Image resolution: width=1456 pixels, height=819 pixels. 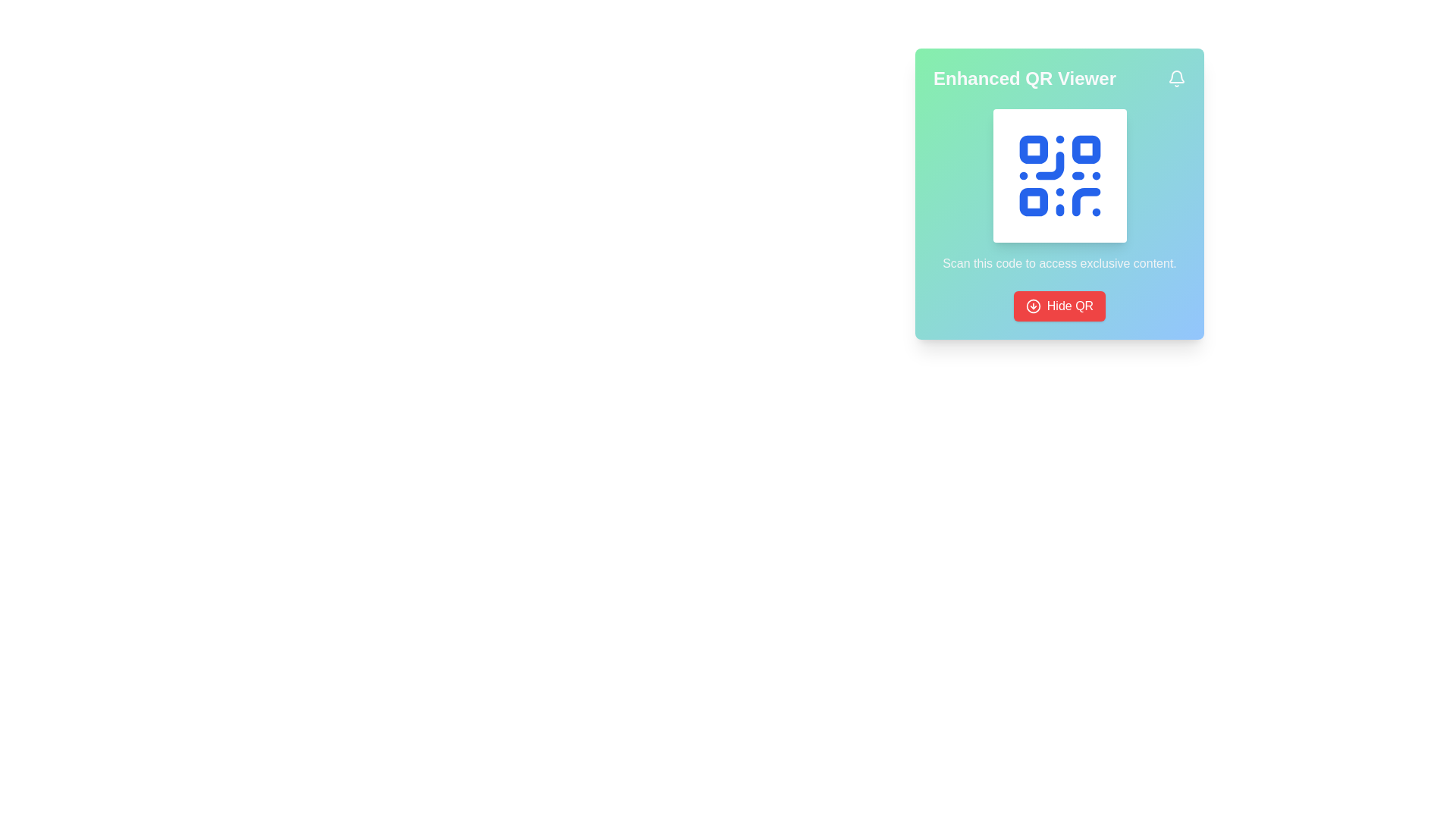 I want to click on the Decorative QR-display component featuring a QR code icon and the text 'Scan this code, so click(x=1059, y=190).